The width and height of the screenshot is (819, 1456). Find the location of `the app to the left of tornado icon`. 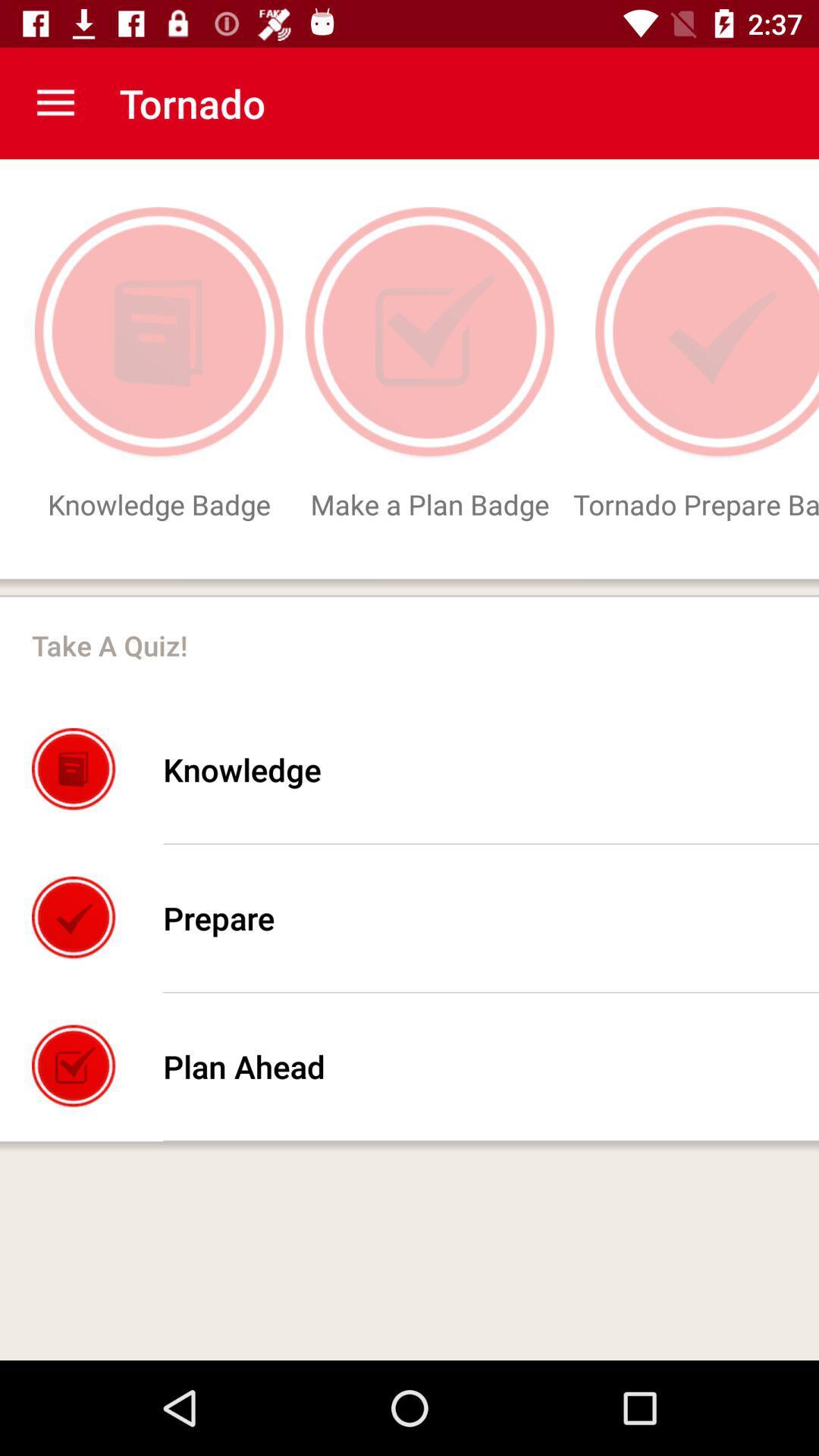

the app to the left of tornado icon is located at coordinates (55, 102).